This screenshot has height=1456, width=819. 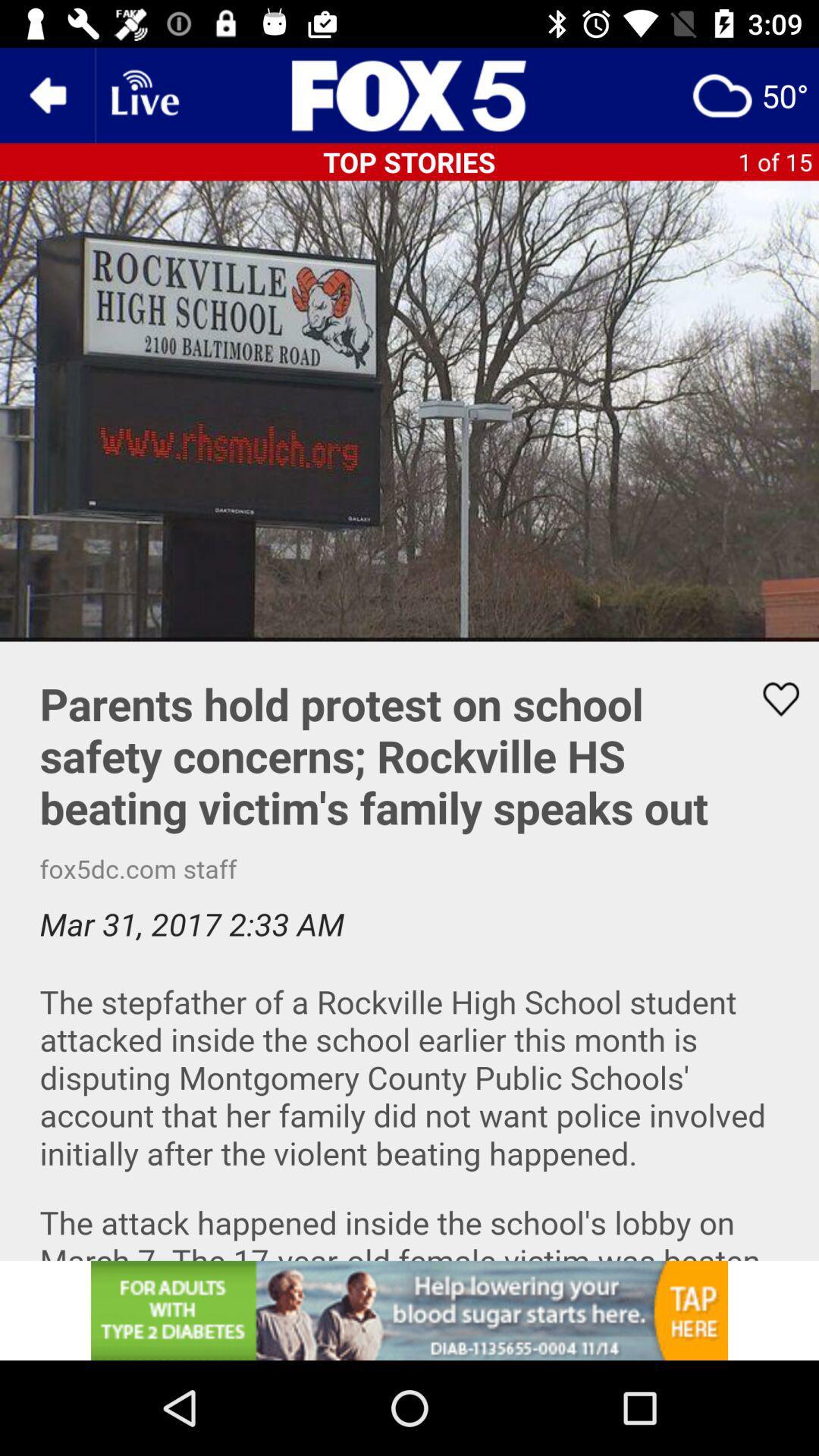 I want to click on previous button, so click(x=46, y=94).